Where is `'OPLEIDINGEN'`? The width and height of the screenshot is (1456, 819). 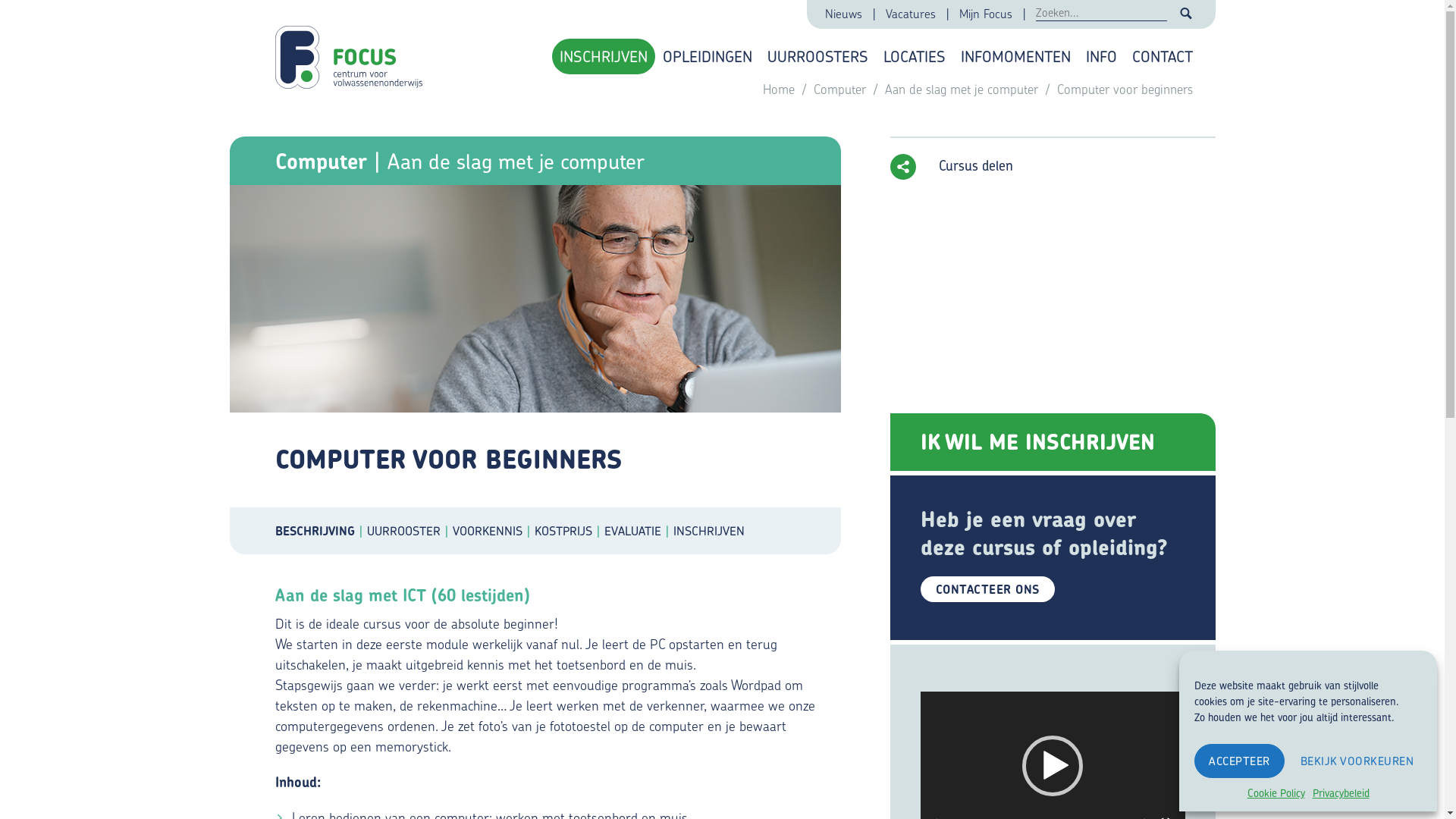 'OPLEIDINGEN' is located at coordinates (706, 55).